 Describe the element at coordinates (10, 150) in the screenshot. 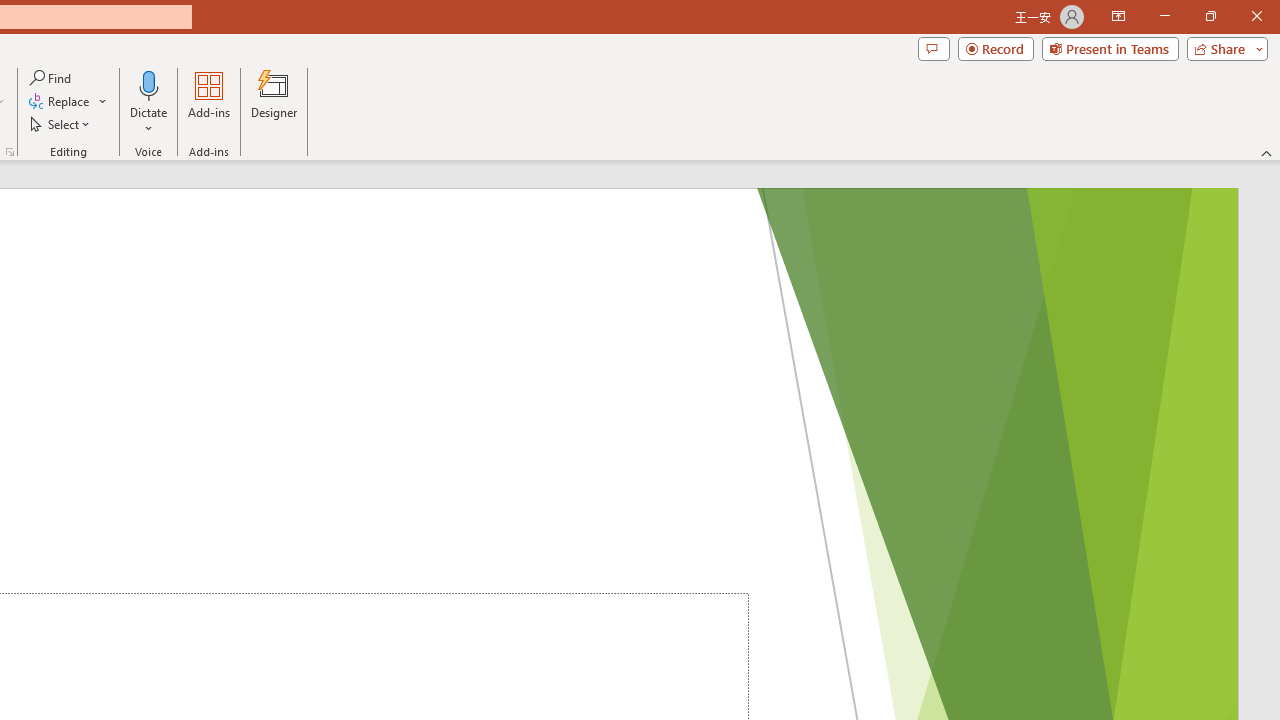

I see `'Format Object...'` at that location.